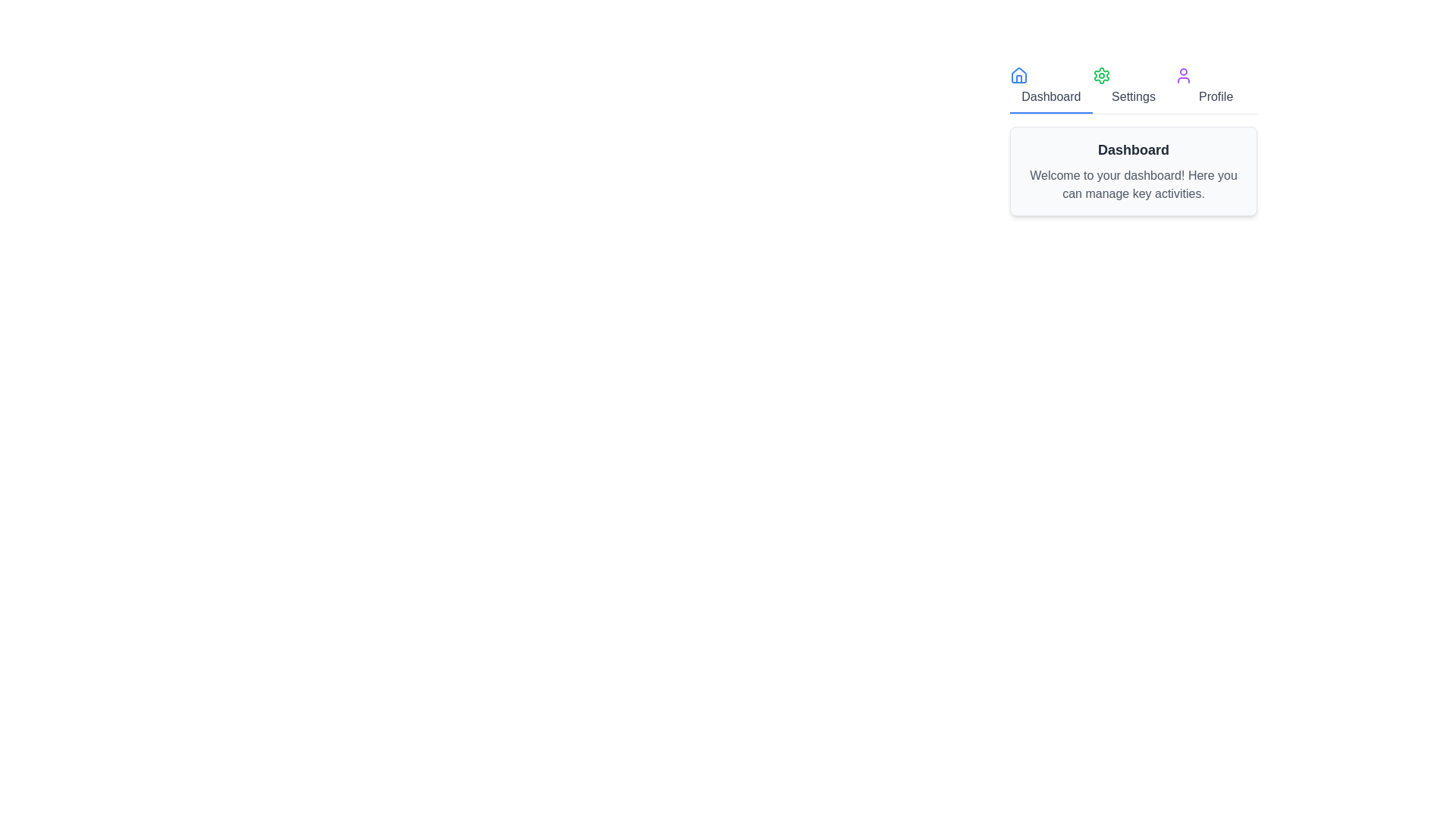  Describe the element at coordinates (1019, 76) in the screenshot. I see `the icon of the Dashboard tab to see visual feedback` at that location.